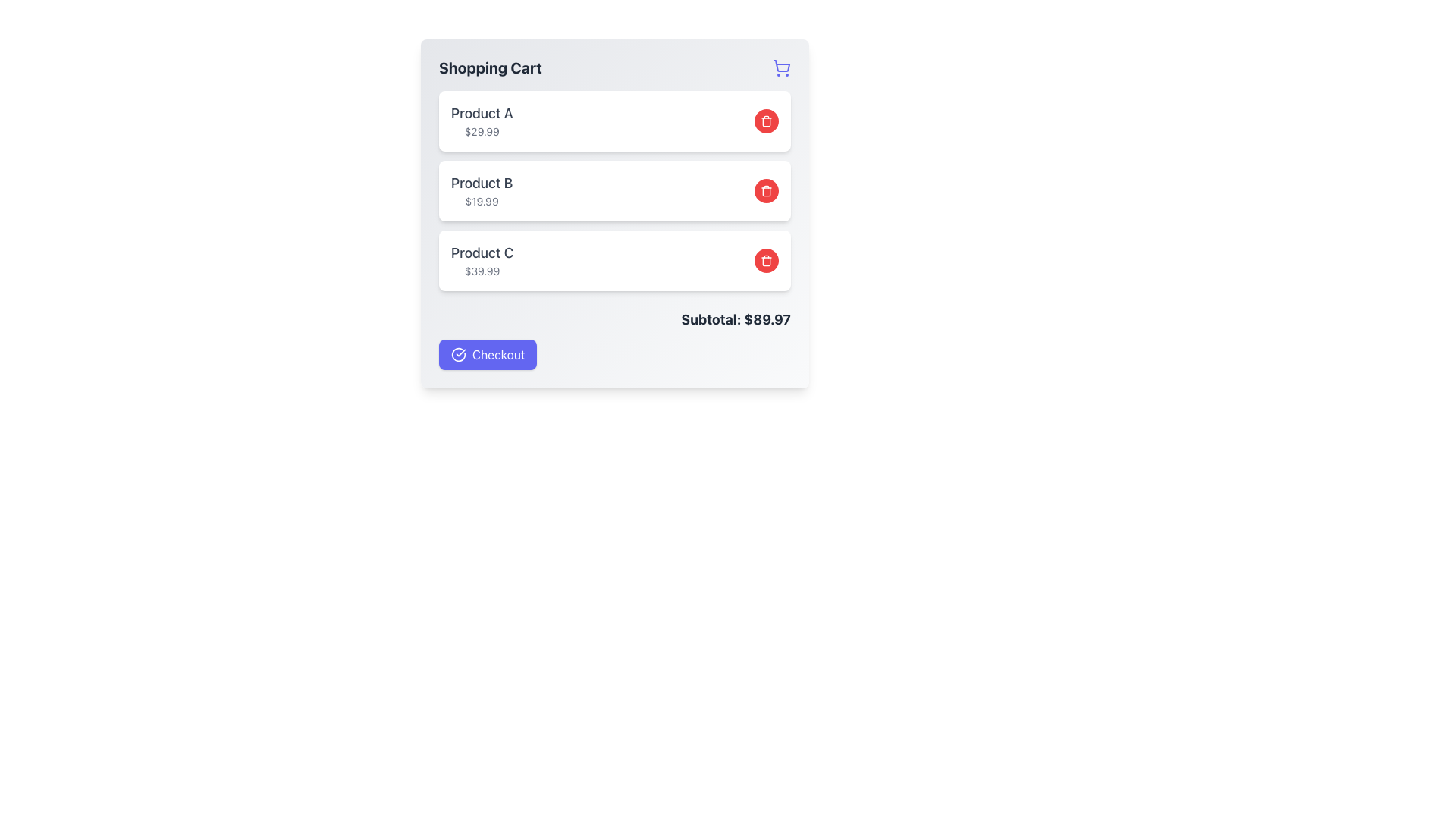 The image size is (1456, 819). What do you see at coordinates (481, 120) in the screenshot?
I see `the Text Content displaying the product name and price in the top section of the shopping cart's item list` at bounding box center [481, 120].